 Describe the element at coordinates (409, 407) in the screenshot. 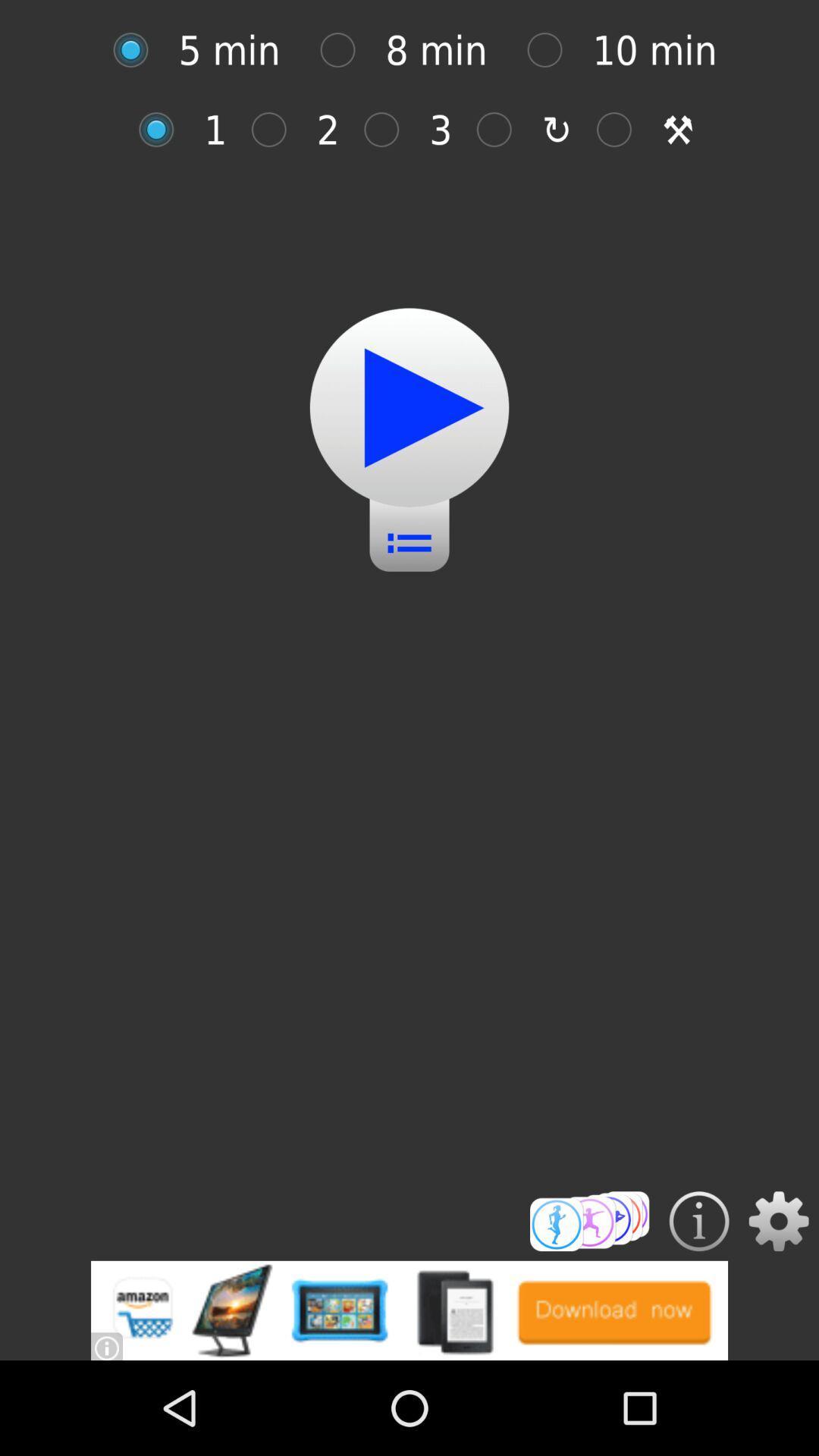

I see `start workout` at that location.